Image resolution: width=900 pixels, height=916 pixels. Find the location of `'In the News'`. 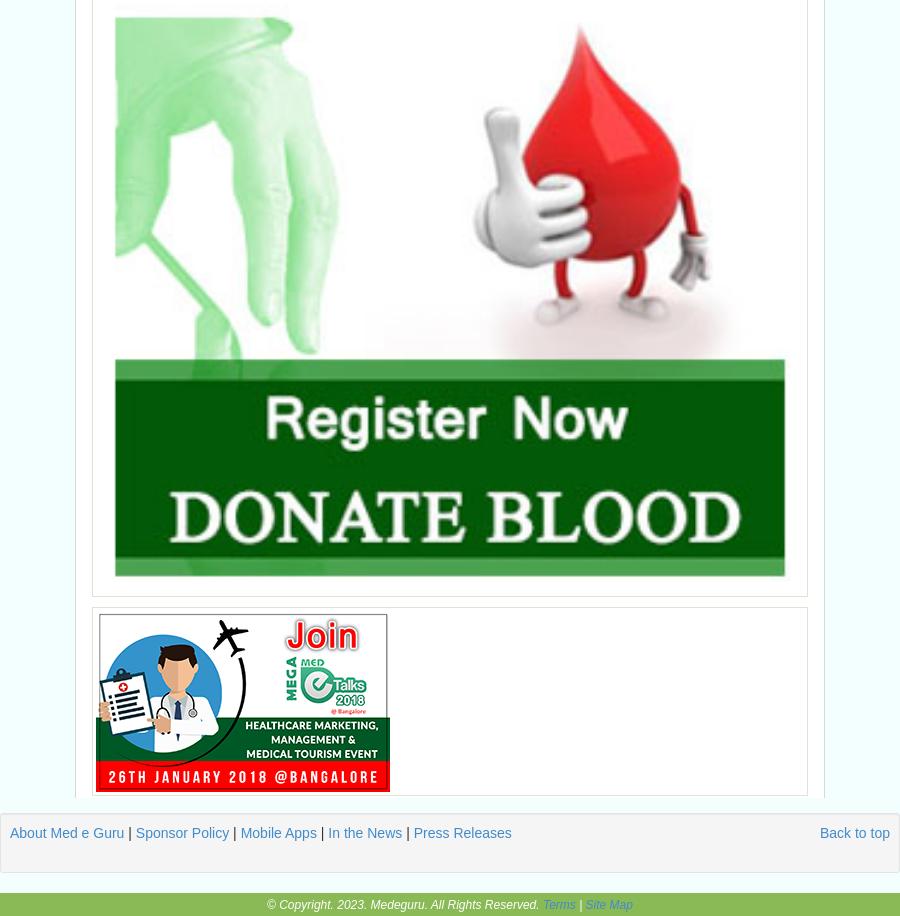

'In the News' is located at coordinates (365, 832).